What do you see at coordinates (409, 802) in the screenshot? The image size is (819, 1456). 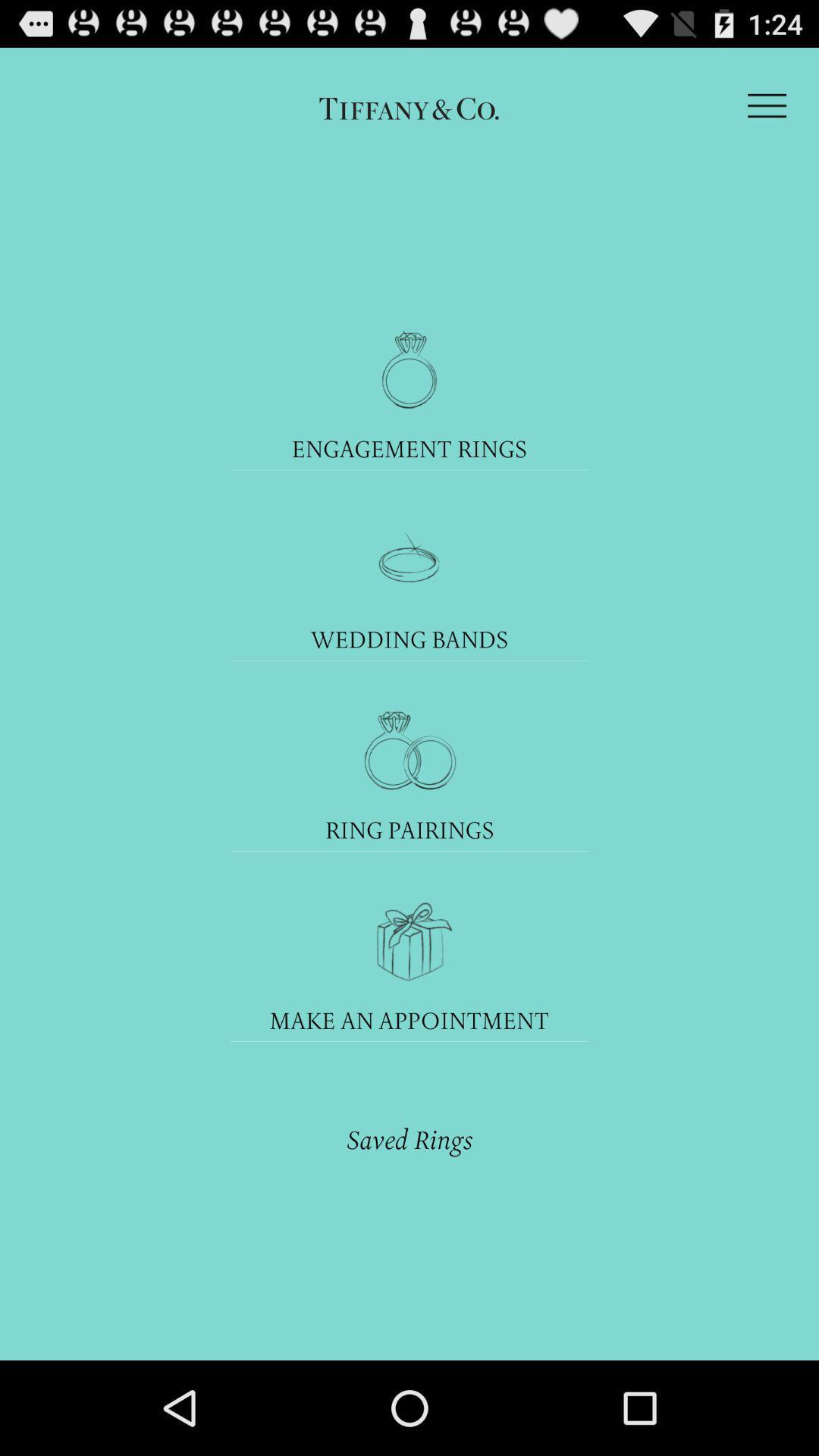 I see `the avatar icon` at bounding box center [409, 802].